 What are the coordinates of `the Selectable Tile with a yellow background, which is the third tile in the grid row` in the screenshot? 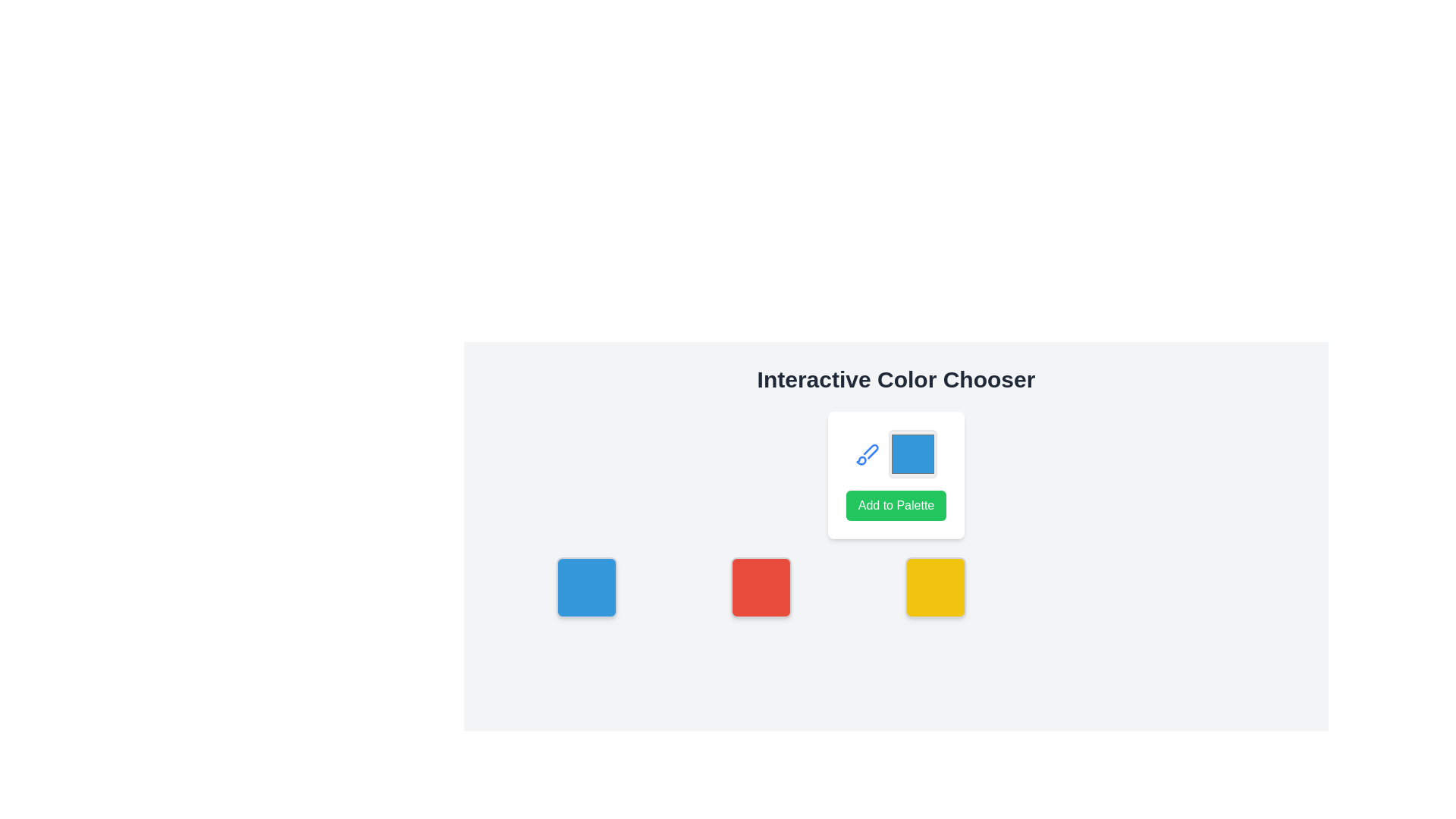 It's located at (934, 587).